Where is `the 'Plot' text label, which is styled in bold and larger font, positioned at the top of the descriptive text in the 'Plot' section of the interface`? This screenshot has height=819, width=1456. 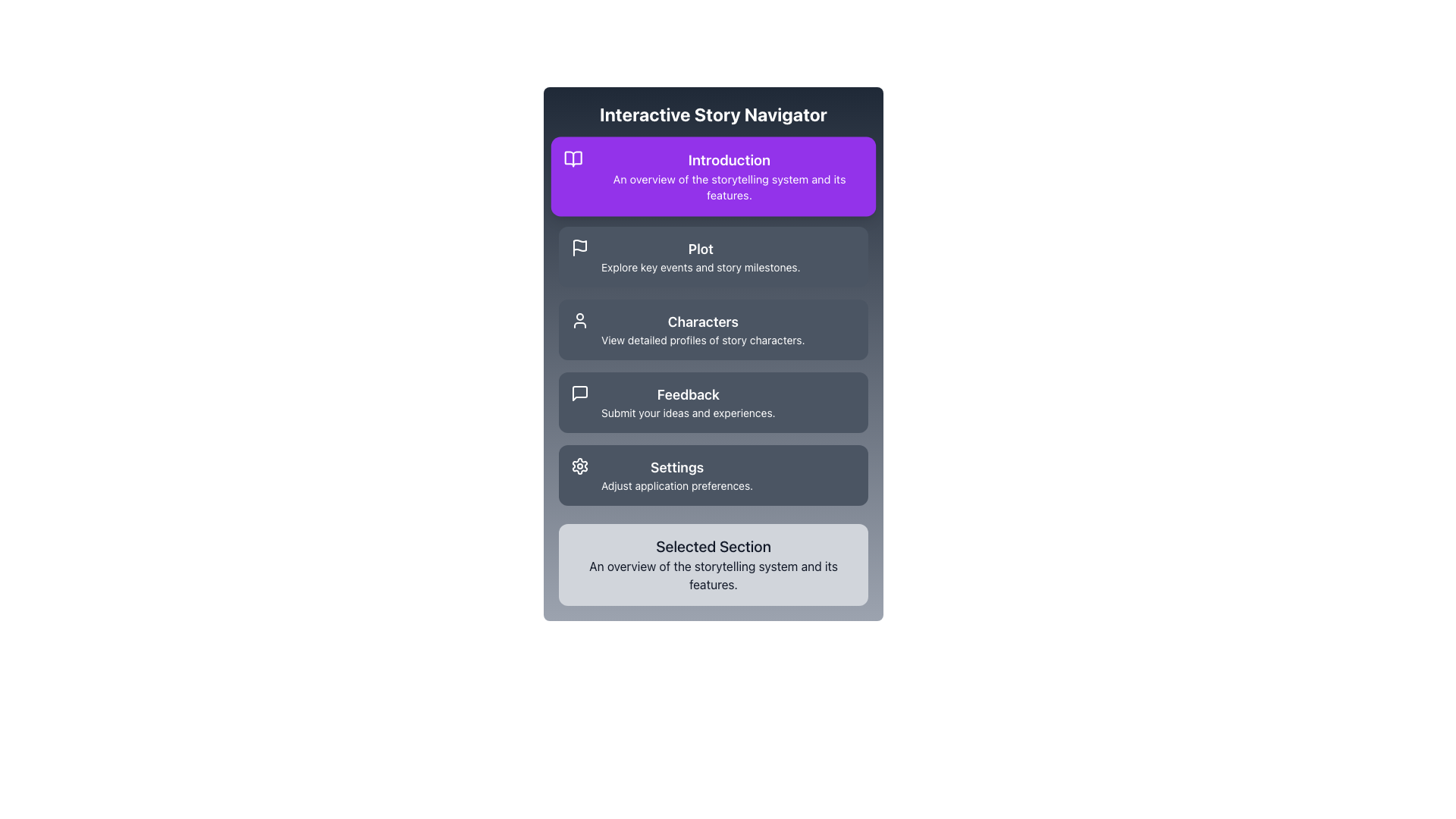 the 'Plot' text label, which is styled in bold and larger font, positioned at the top of the descriptive text in the 'Plot' section of the interface is located at coordinates (700, 248).